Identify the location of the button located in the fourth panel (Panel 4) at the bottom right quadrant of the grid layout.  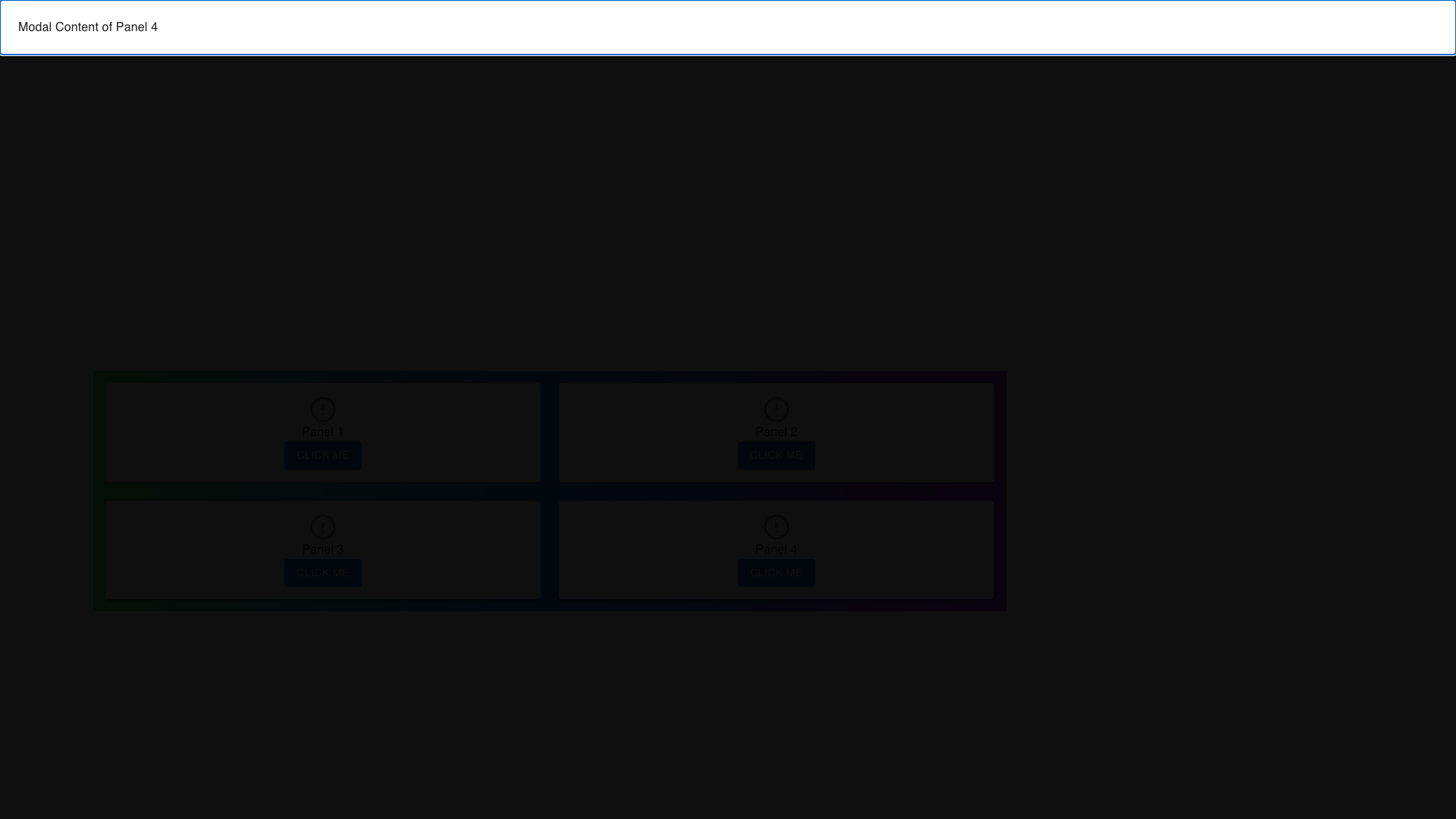
(776, 572).